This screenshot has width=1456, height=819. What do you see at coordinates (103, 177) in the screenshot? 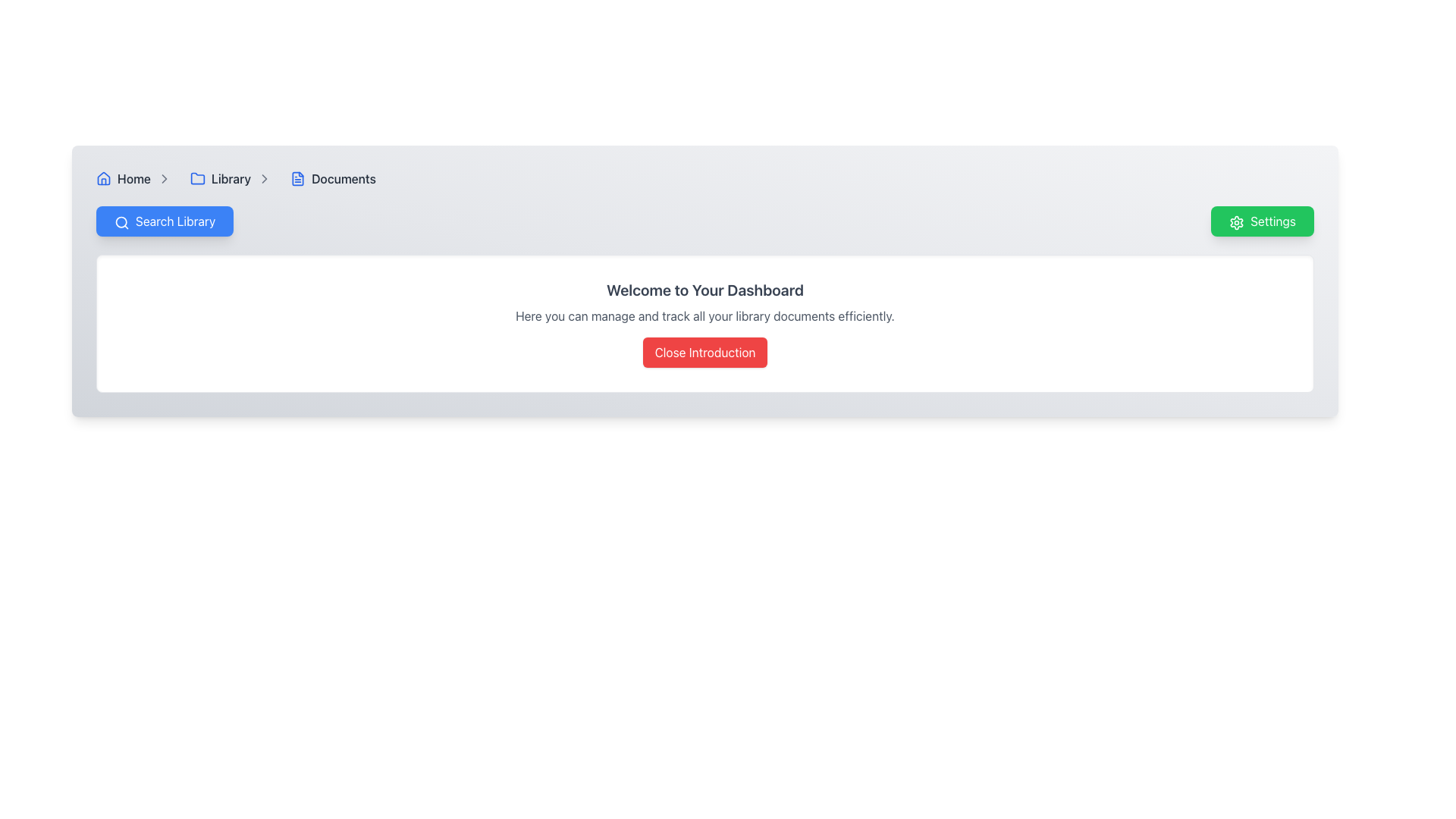
I see `the 'Home' icon located at the far left of the navigation bar` at bounding box center [103, 177].